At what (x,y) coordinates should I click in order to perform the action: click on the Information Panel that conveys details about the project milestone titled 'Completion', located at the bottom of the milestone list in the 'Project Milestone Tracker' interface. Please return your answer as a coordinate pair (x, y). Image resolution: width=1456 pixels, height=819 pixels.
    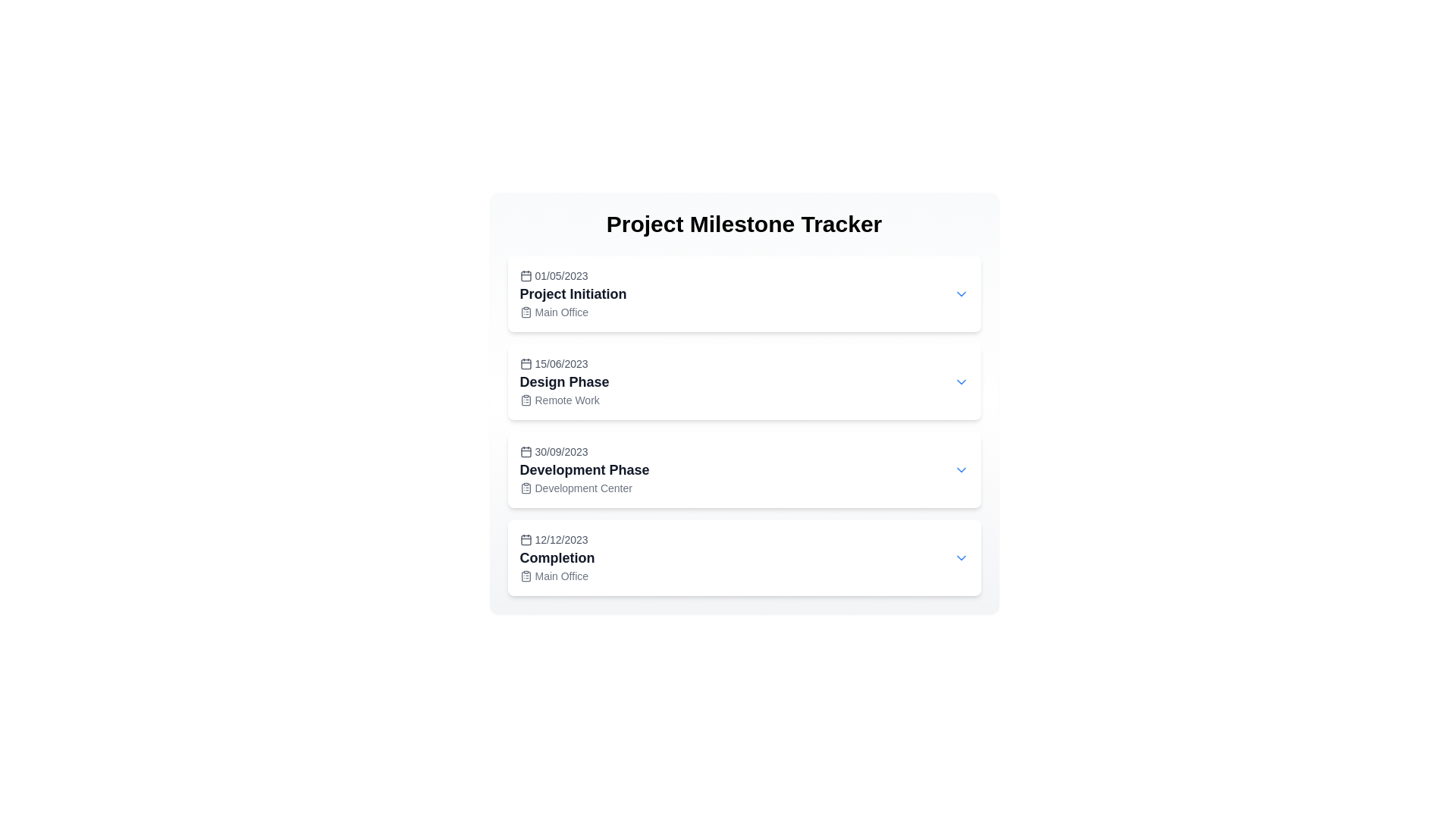
    Looking at the image, I should click on (744, 558).